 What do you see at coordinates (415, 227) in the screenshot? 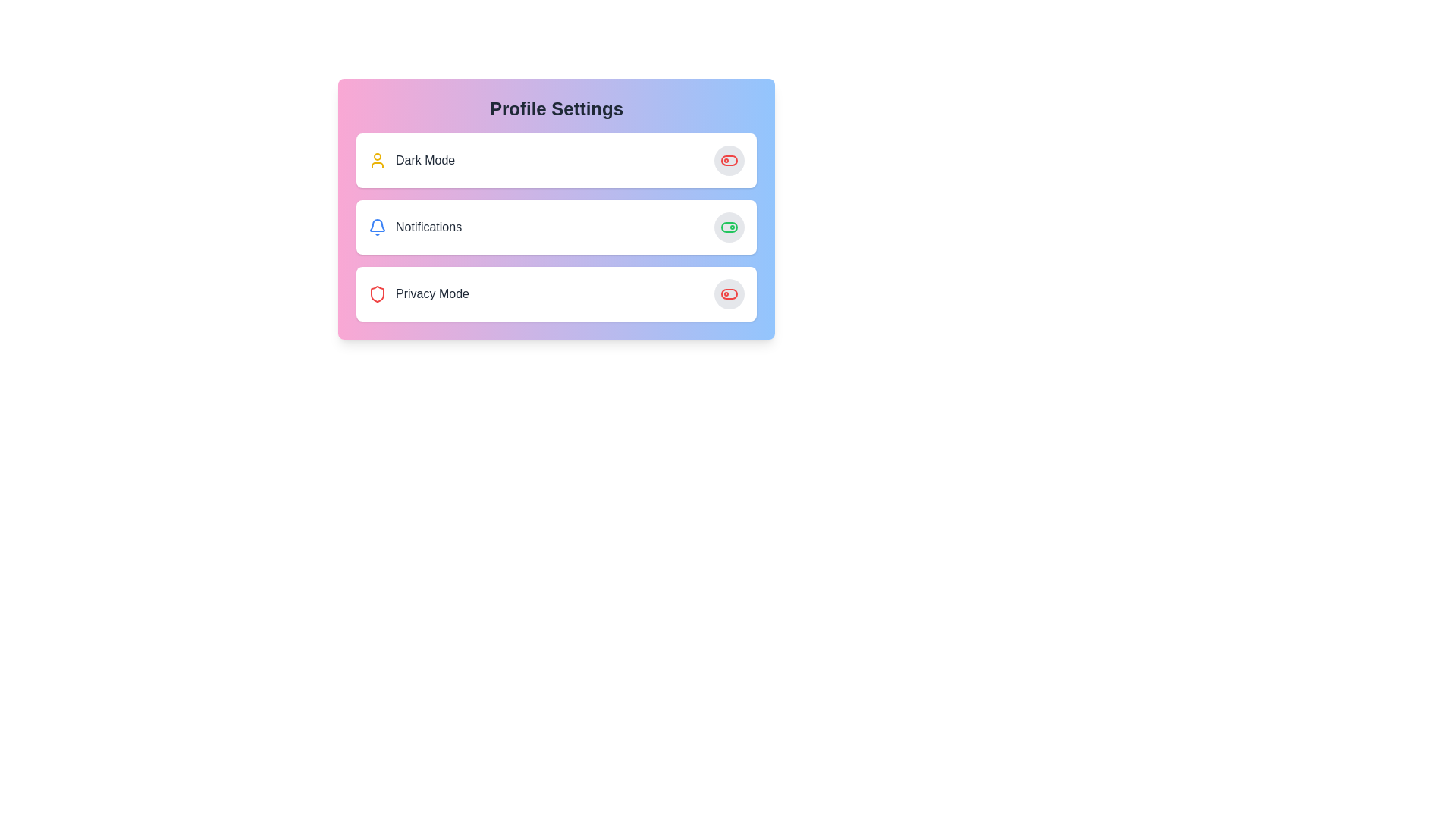
I see `the 'notifications' list item, which features a blue bell icon and is located under 'Profile Settings', between 'Dark Mode' and 'Privacy Mode'` at bounding box center [415, 227].